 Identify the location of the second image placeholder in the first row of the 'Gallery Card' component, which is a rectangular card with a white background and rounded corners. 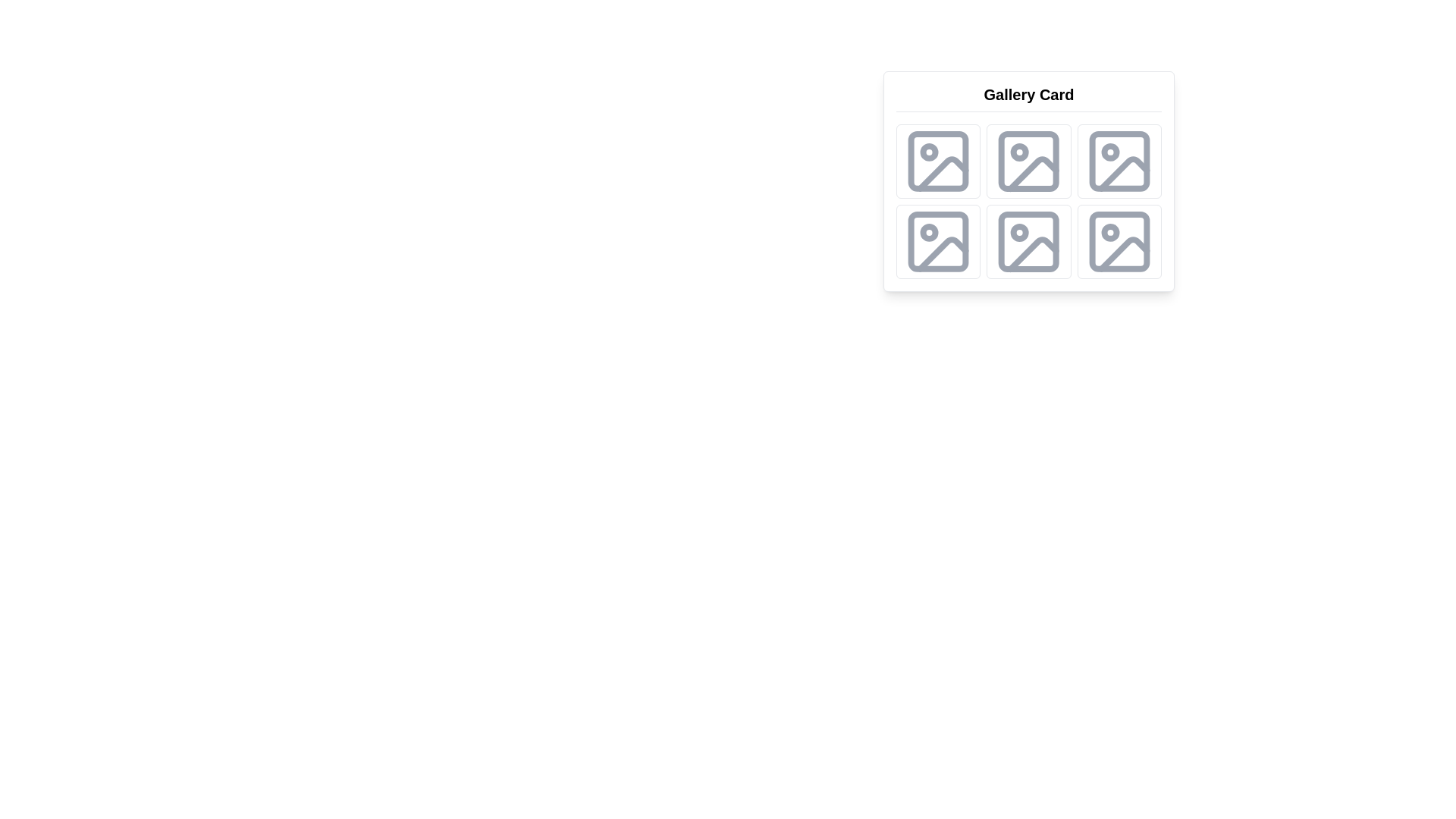
(1029, 180).